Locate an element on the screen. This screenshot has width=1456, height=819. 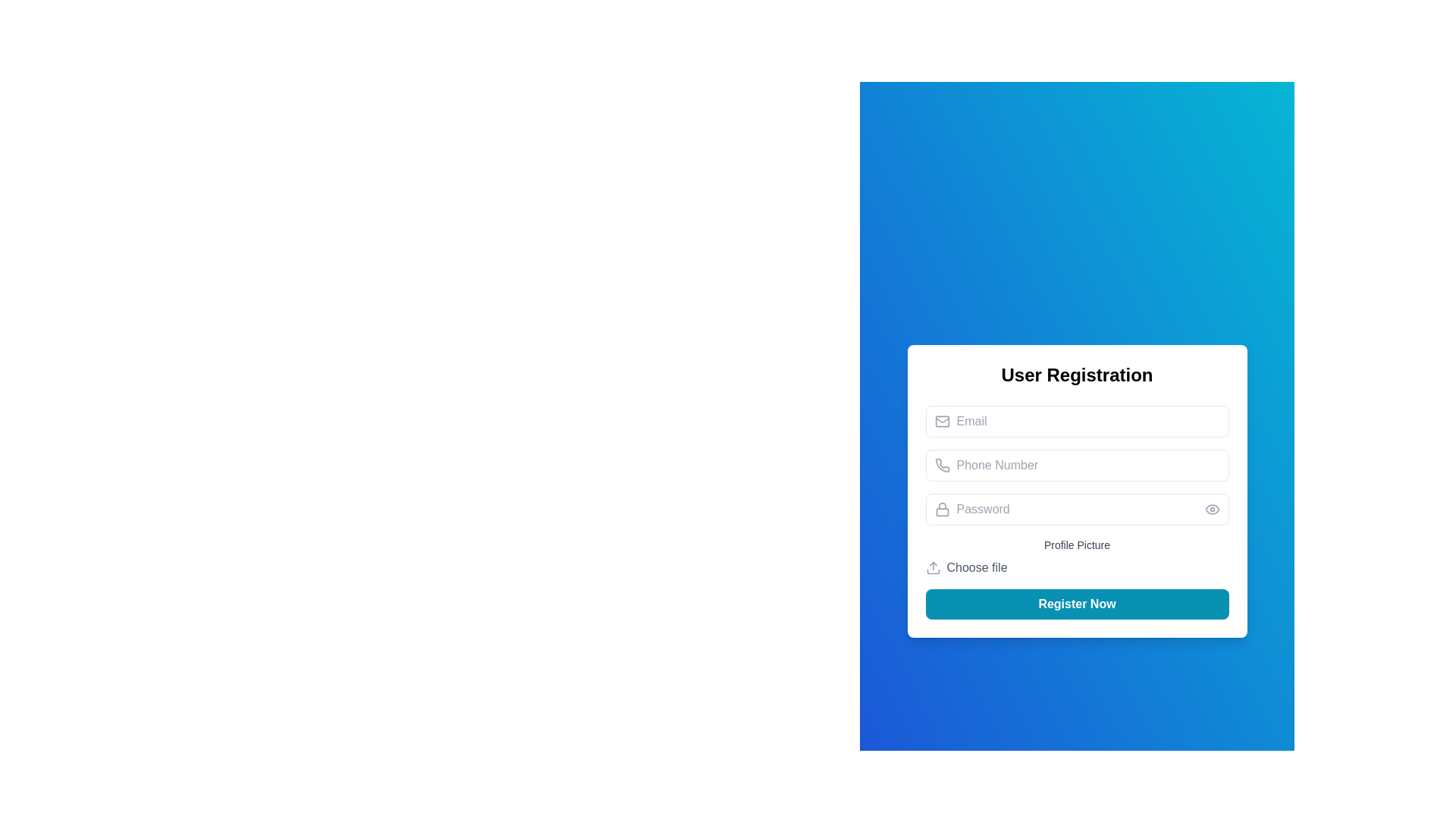
the rectangular body part of the lock icon, which visually represents security and is located to the left of the Password input field in the registration form is located at coordinates (941, 512).